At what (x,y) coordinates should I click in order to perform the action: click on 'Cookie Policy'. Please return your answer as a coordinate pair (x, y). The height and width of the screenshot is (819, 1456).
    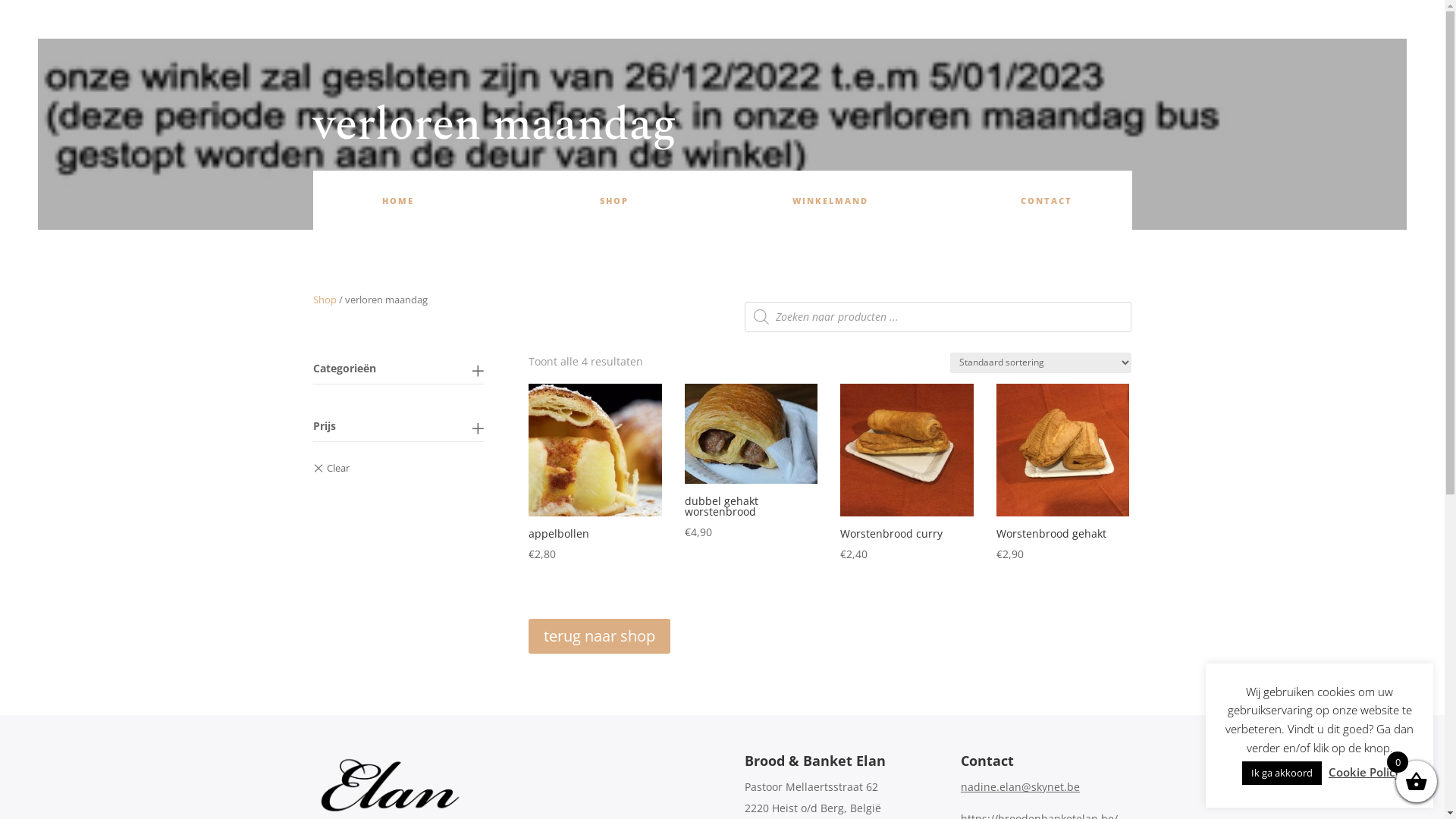
    Looking at the image, I should click on (1328, 772).